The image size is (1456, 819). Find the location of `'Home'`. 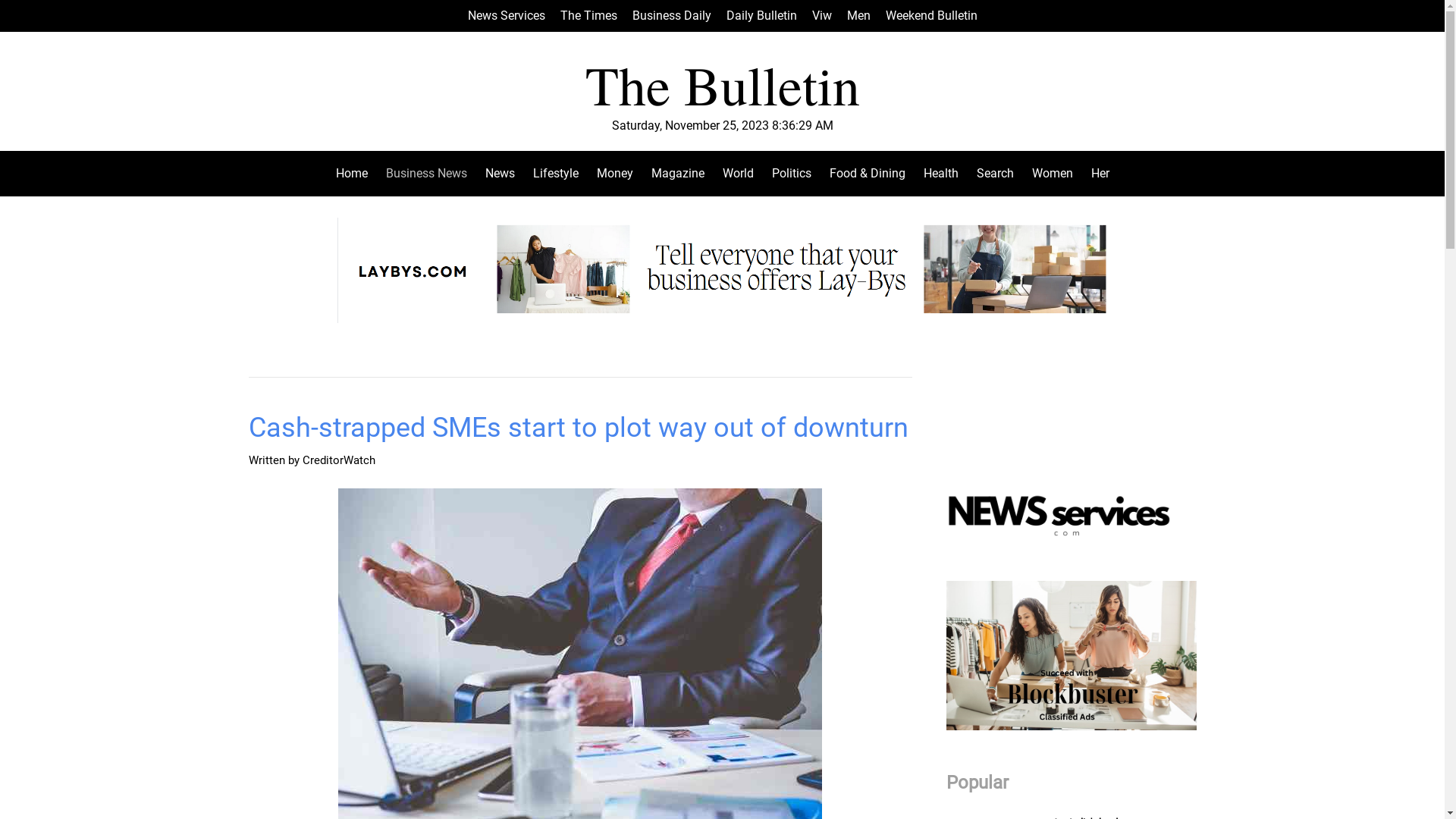

'Home' is located at coordinates (355, 172).